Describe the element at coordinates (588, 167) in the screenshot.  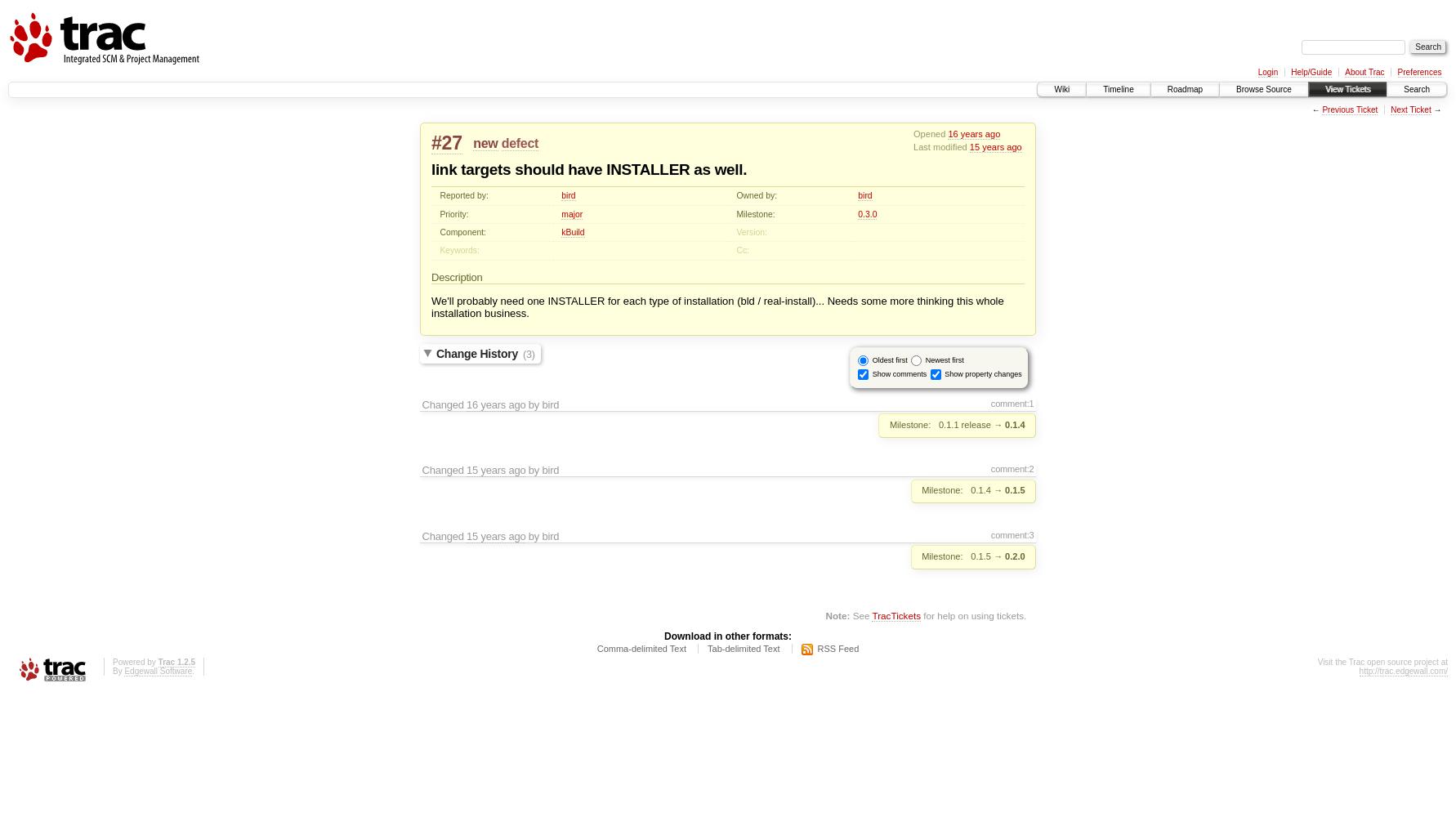
I see `'link targets should have INSTALLER as well.'` at that location.